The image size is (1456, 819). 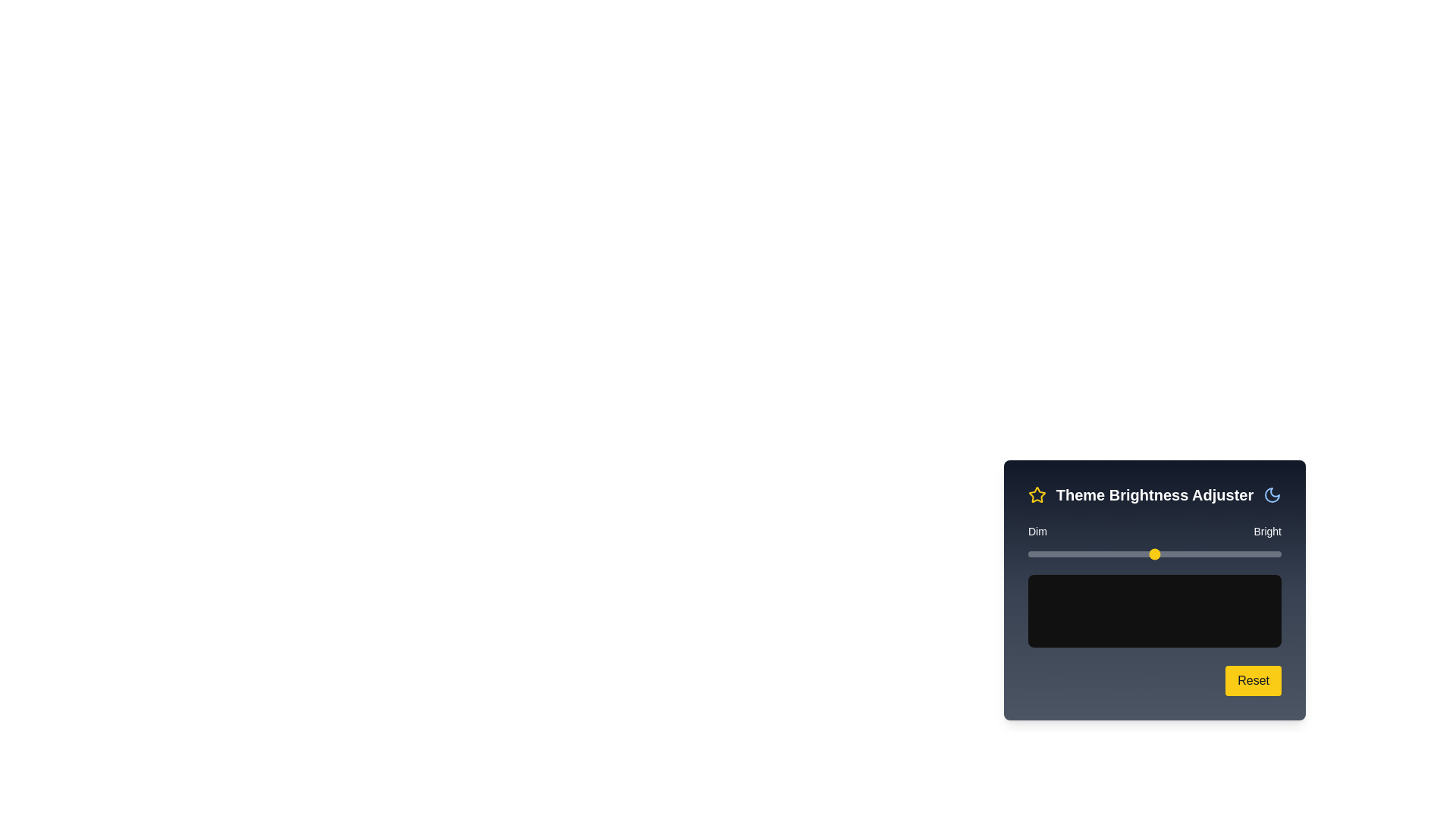 I want to click on the brightness slider to set the brightness to 89%, so click(x=1254, y=554).